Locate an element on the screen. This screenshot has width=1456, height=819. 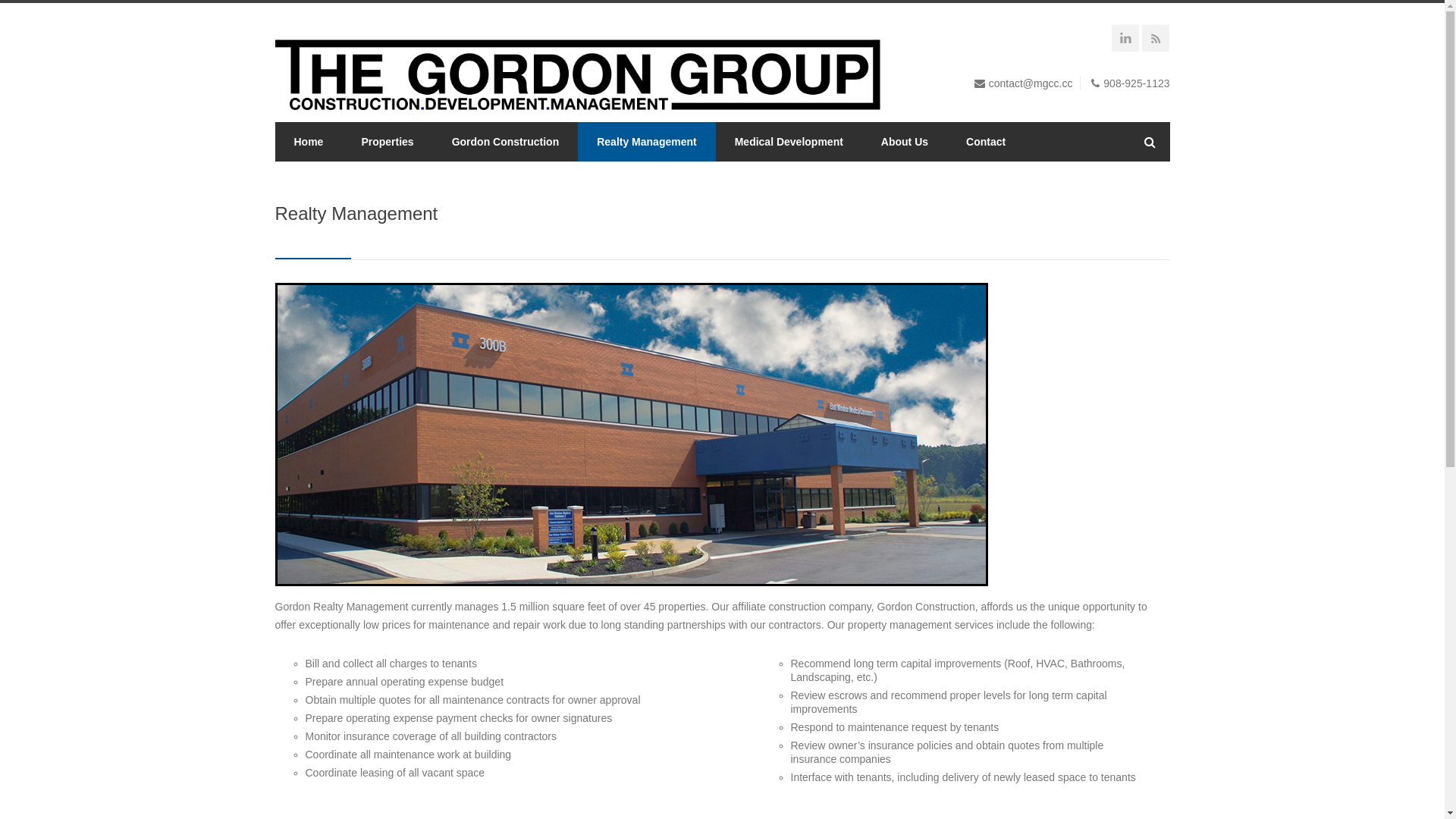
'contact@mgcc.cc' is located at coordinates (989, 83).